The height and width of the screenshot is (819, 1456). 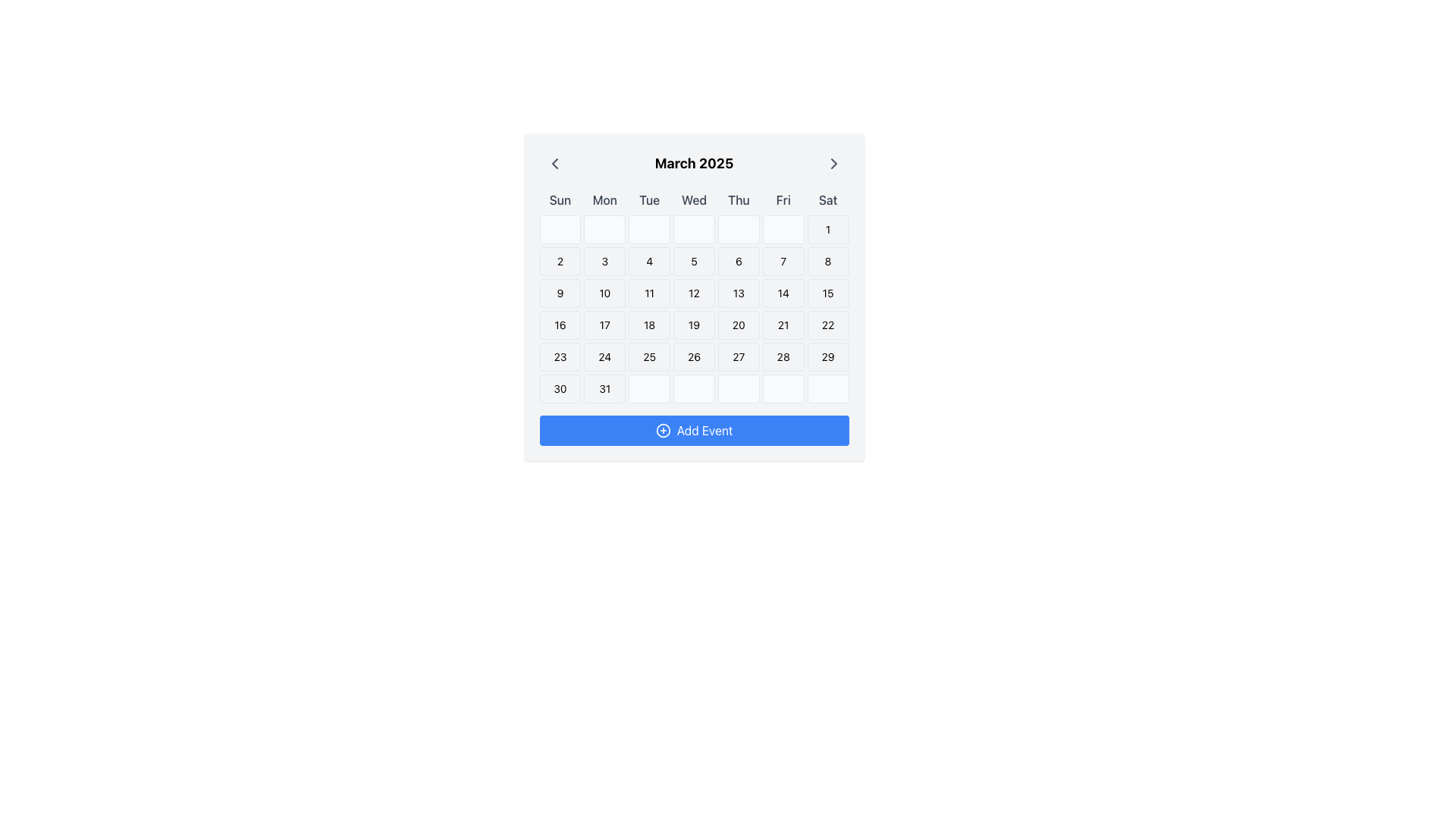 What do you see at coordinates (693, 260) in the screenshot?
I see `the calendar day button displaying the number '5'` at bounding box center [693, 260].